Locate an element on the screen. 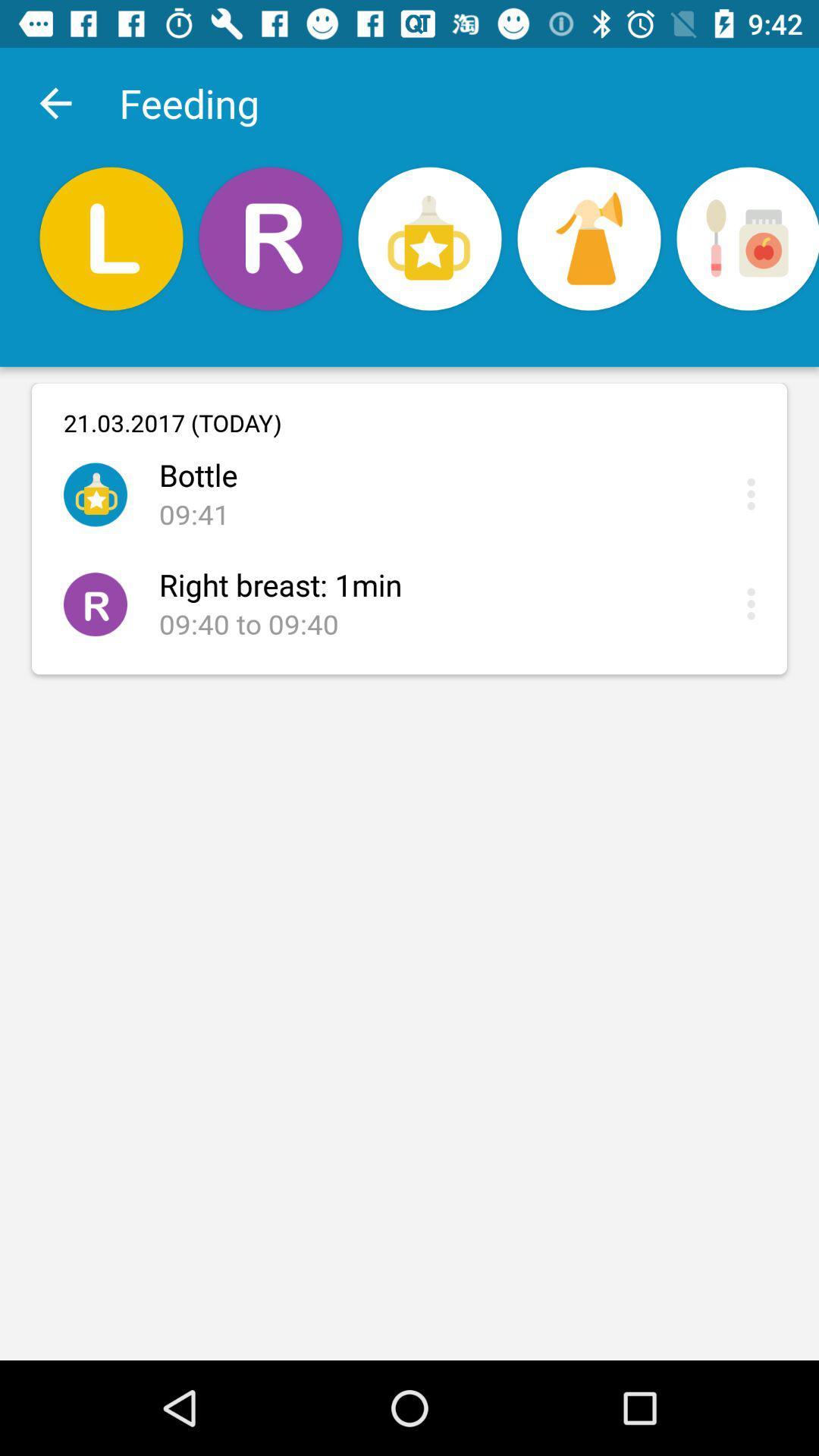 This screenshot has width=819, height=1456. open the sub-menu for this item is located at coordinates (755, 494).